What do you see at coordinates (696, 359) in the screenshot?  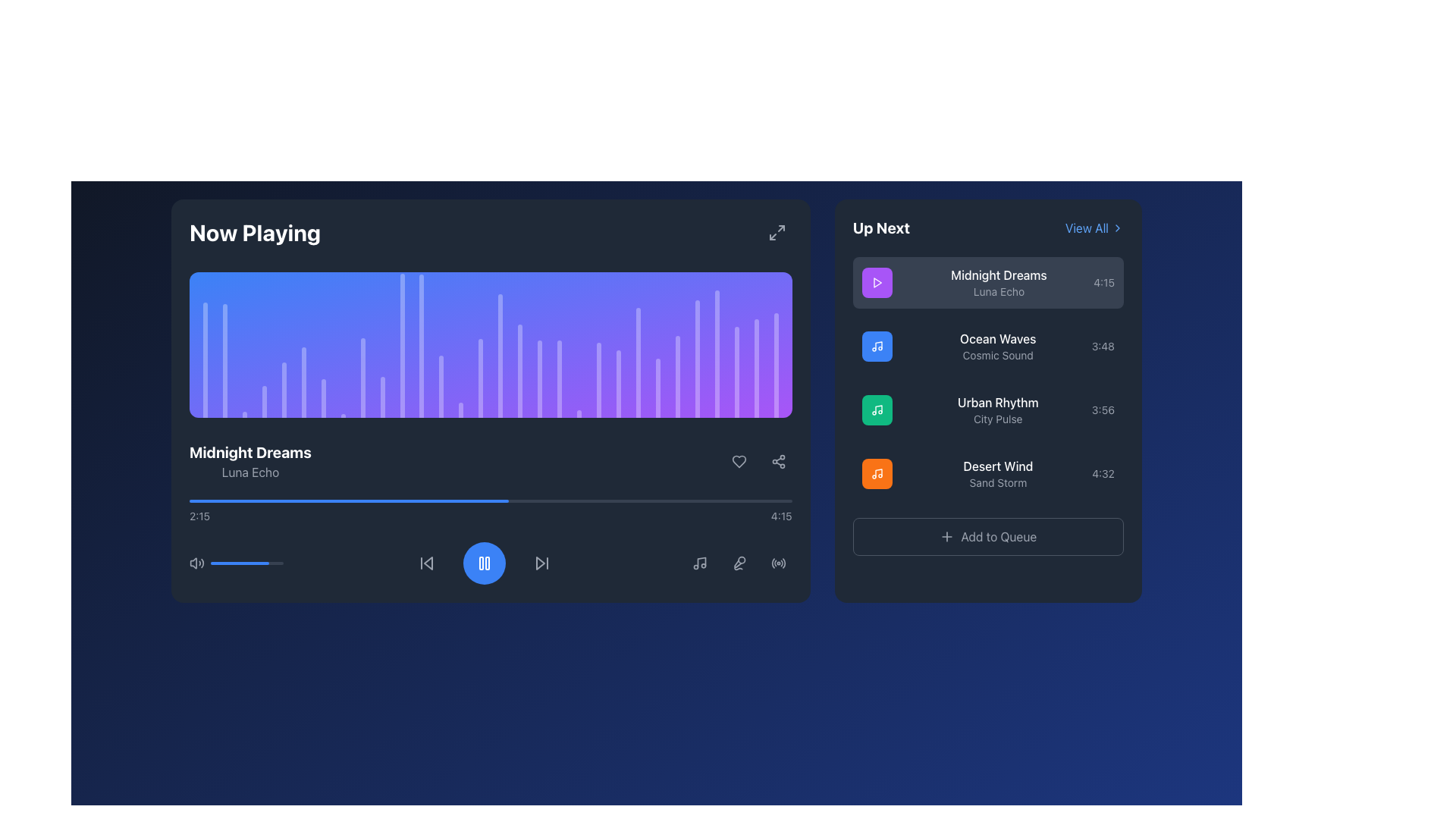 I see `the twenty-third vertical bar in the music visualization interface's bar graph, which is styled with a rounded top and semi-transparent white color overlay` at bounding box center [696, 359].